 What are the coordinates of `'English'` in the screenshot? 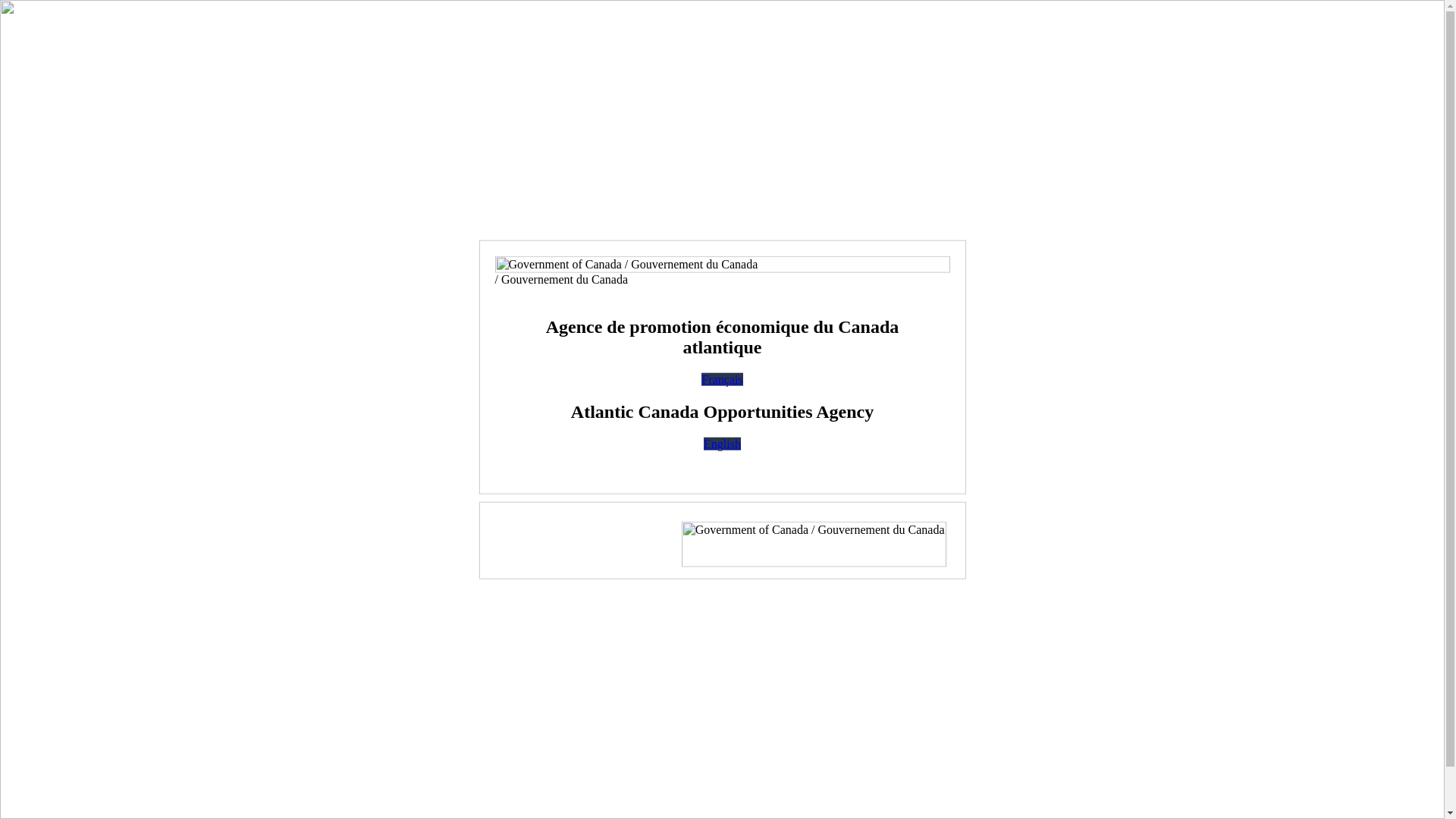 It's located at (702, 443).